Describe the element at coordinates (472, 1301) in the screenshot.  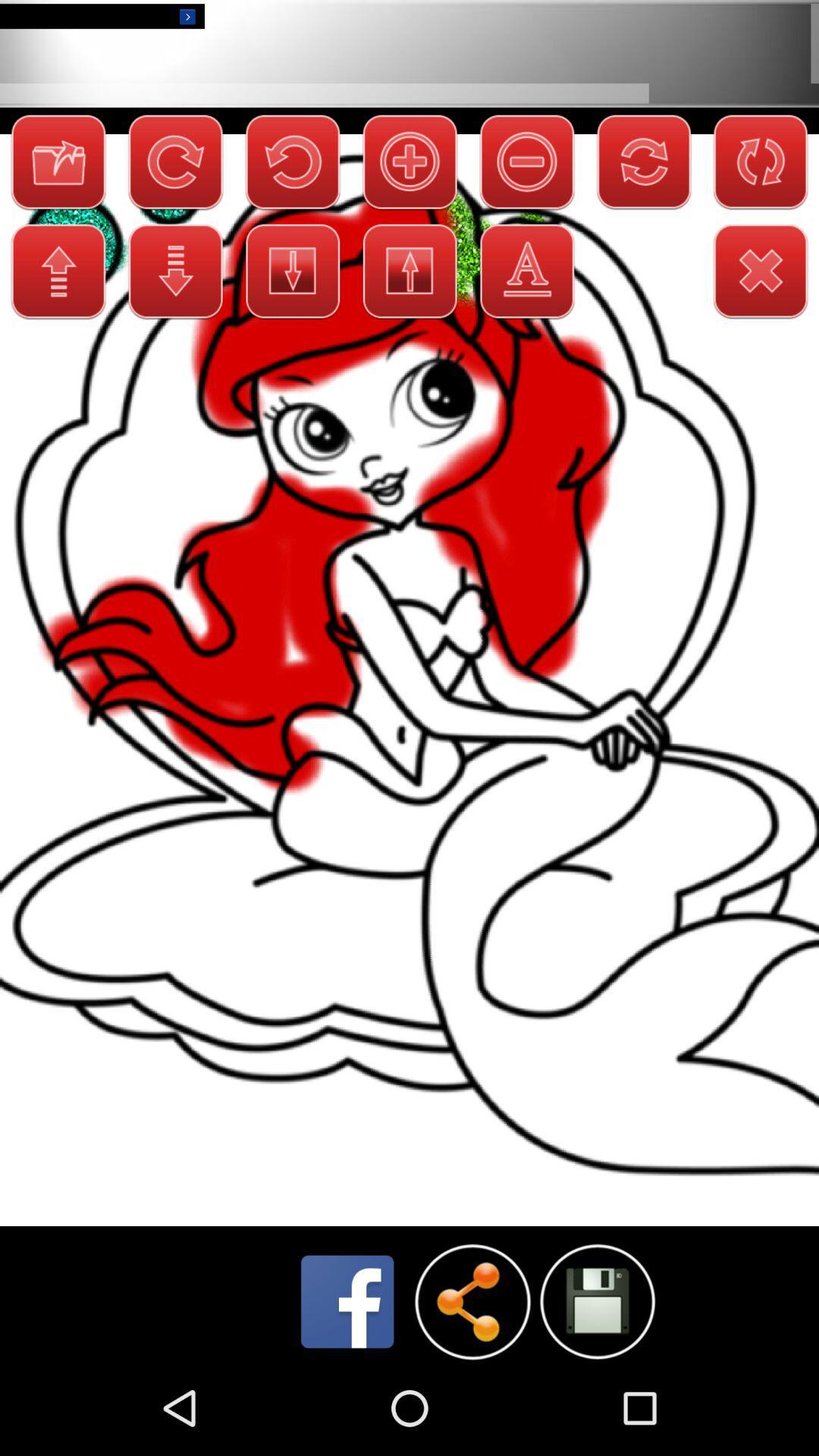
I see `share drawing` at that location.